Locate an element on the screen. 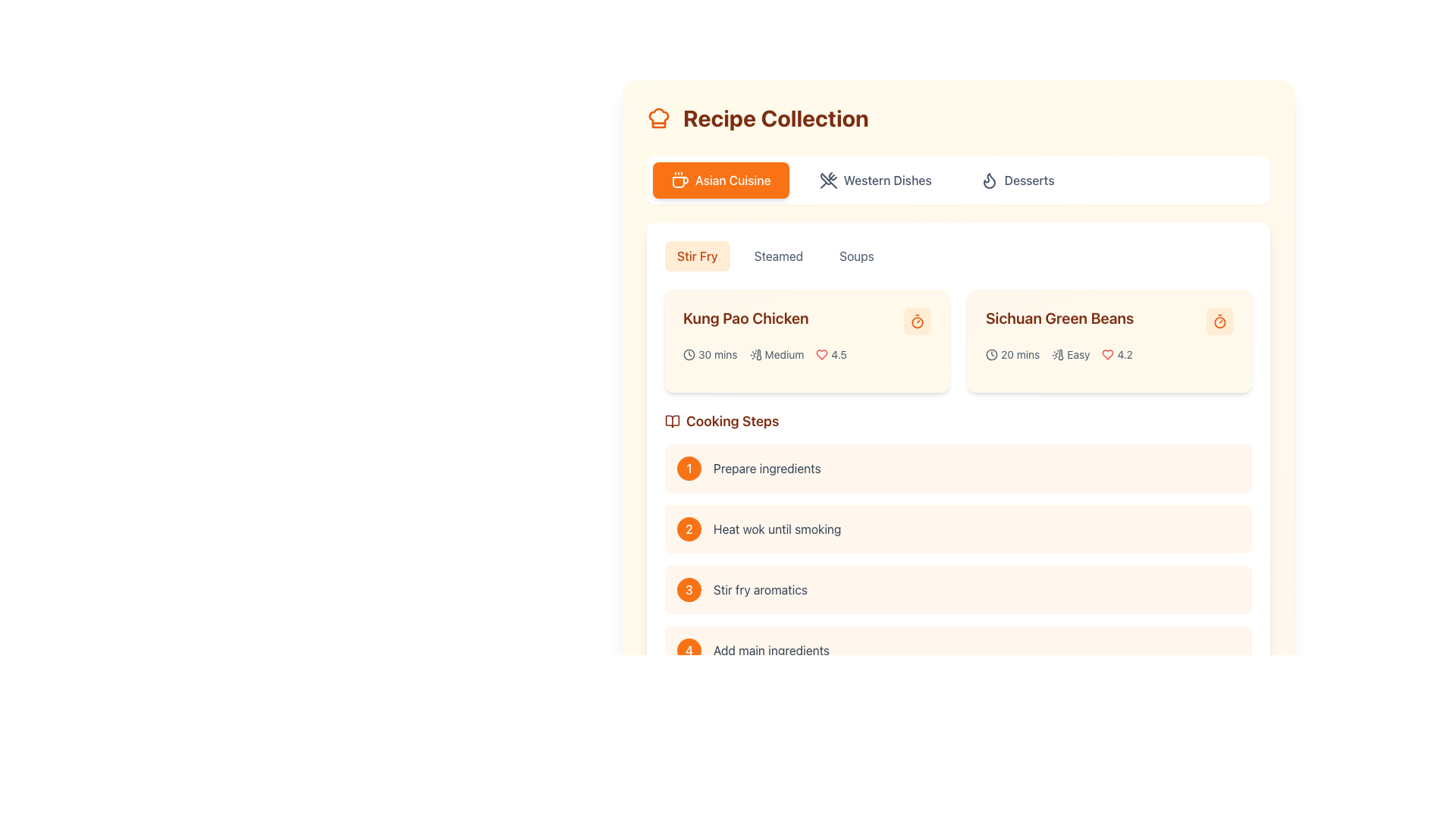 Image resolution: width=1456 pixels, height=819 pixels. the text label displaying 'Sichuan Green Beans' is located at coordinates (1109, 321).